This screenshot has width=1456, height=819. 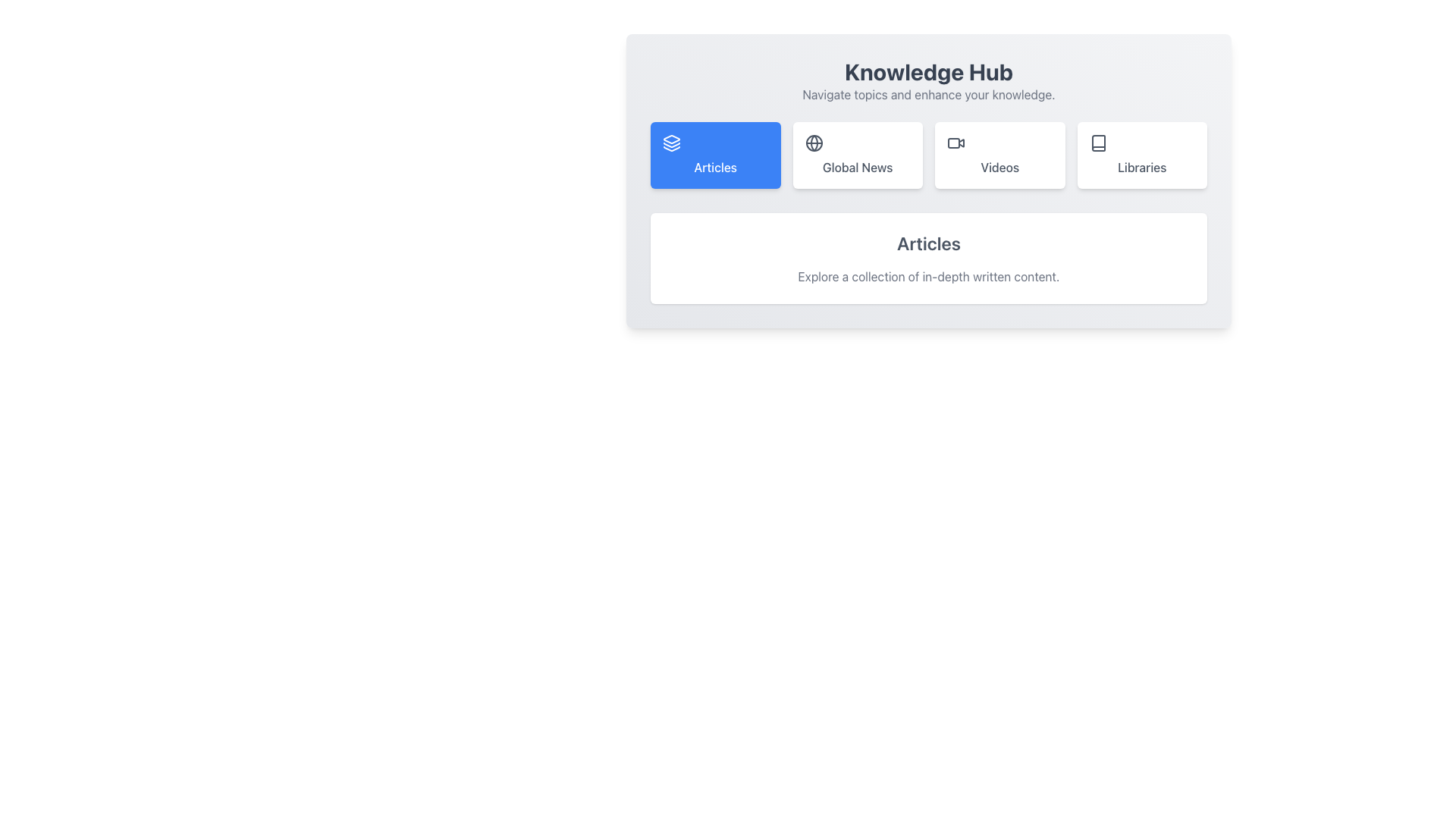 What do you see at coordinates (999, 155) in the screenshot?
I see `the 'Videos' button, the third clickable button between 'Global News' and 'Libraries', to trigger a visual effect` at bounding box center [999, 155].